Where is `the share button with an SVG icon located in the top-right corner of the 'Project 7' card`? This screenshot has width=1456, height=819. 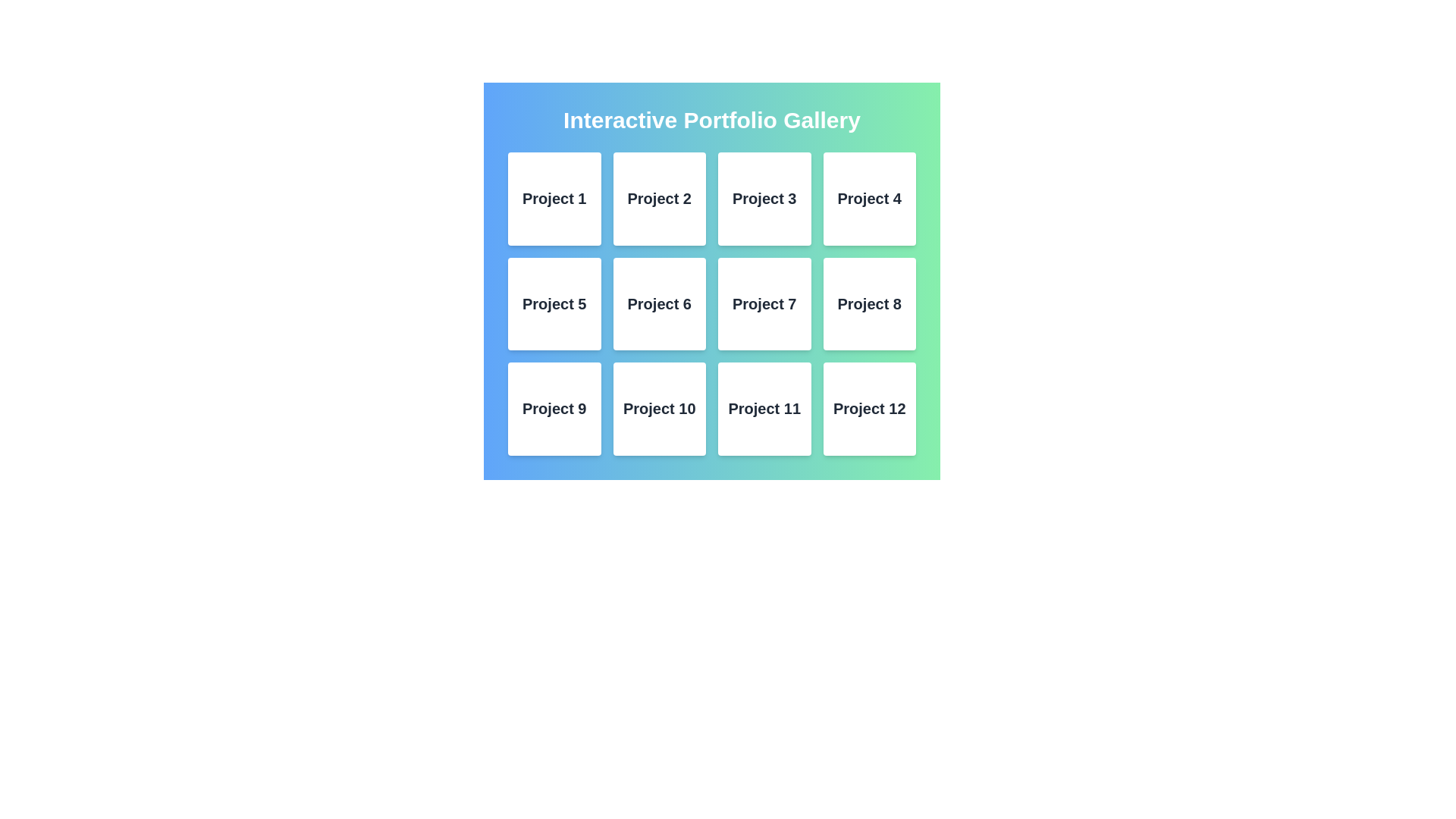
the share button with an SVG icon located in the top-right corner of the 'Project 7' card is located at coordinates (784, 303).